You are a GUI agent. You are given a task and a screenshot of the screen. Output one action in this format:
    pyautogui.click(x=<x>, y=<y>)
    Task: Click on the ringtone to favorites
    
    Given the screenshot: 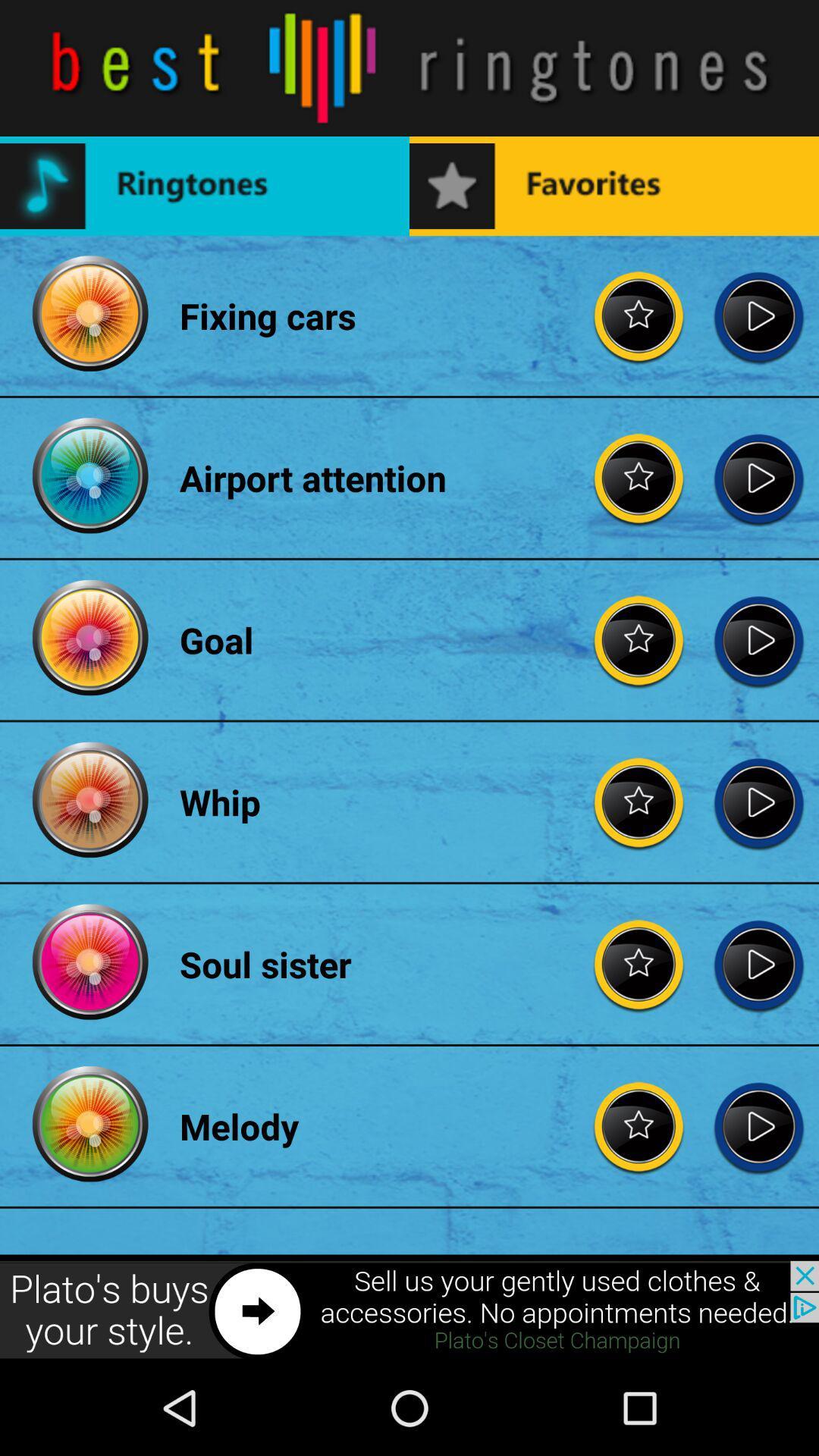 What is the action you would take?
    pyautogui.click(x=639, y=963)
    